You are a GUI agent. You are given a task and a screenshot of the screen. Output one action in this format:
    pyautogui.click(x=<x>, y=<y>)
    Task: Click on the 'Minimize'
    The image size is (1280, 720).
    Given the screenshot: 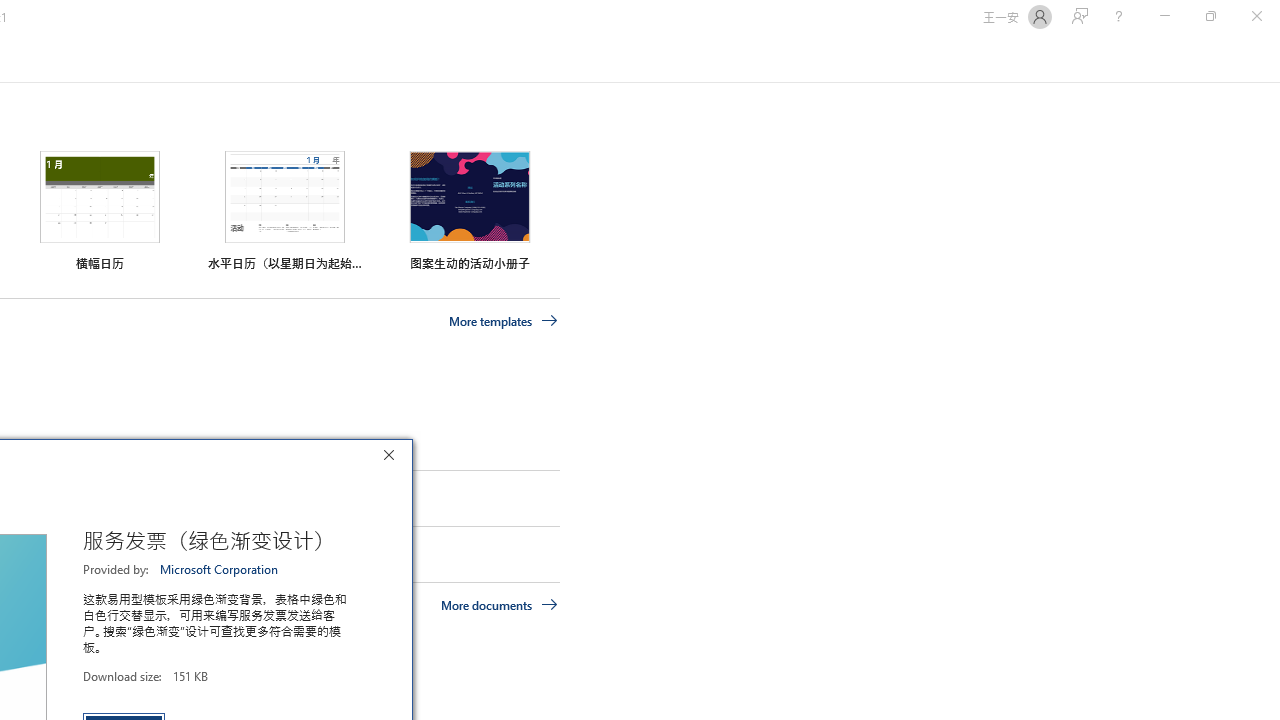 What is the action you would take?
    pyautogui.click(x=1164, y=16)
    